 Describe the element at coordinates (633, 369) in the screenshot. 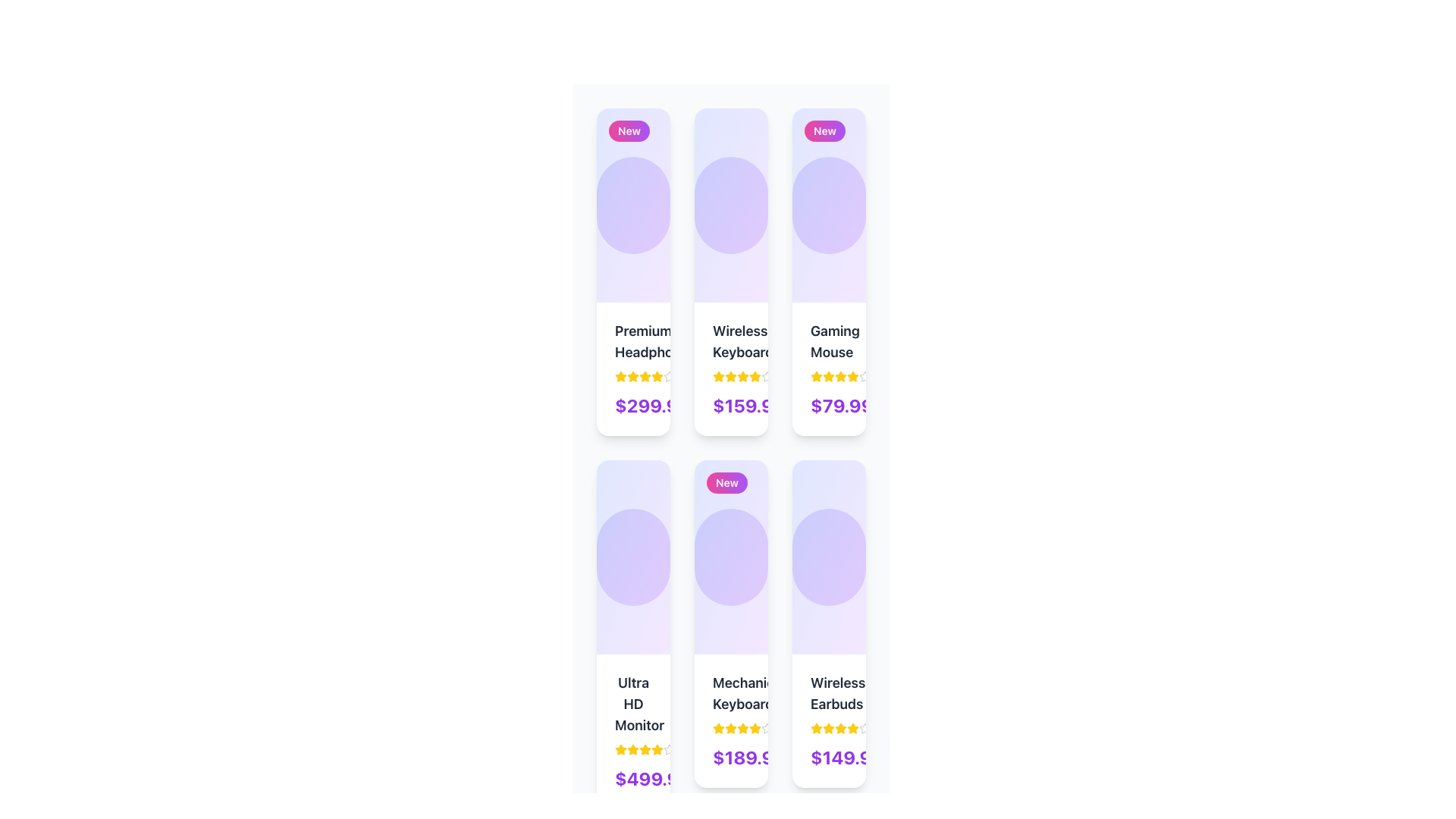

I see `the first star in the rating indicator of the 'Premium Headphones' product card` at that location.